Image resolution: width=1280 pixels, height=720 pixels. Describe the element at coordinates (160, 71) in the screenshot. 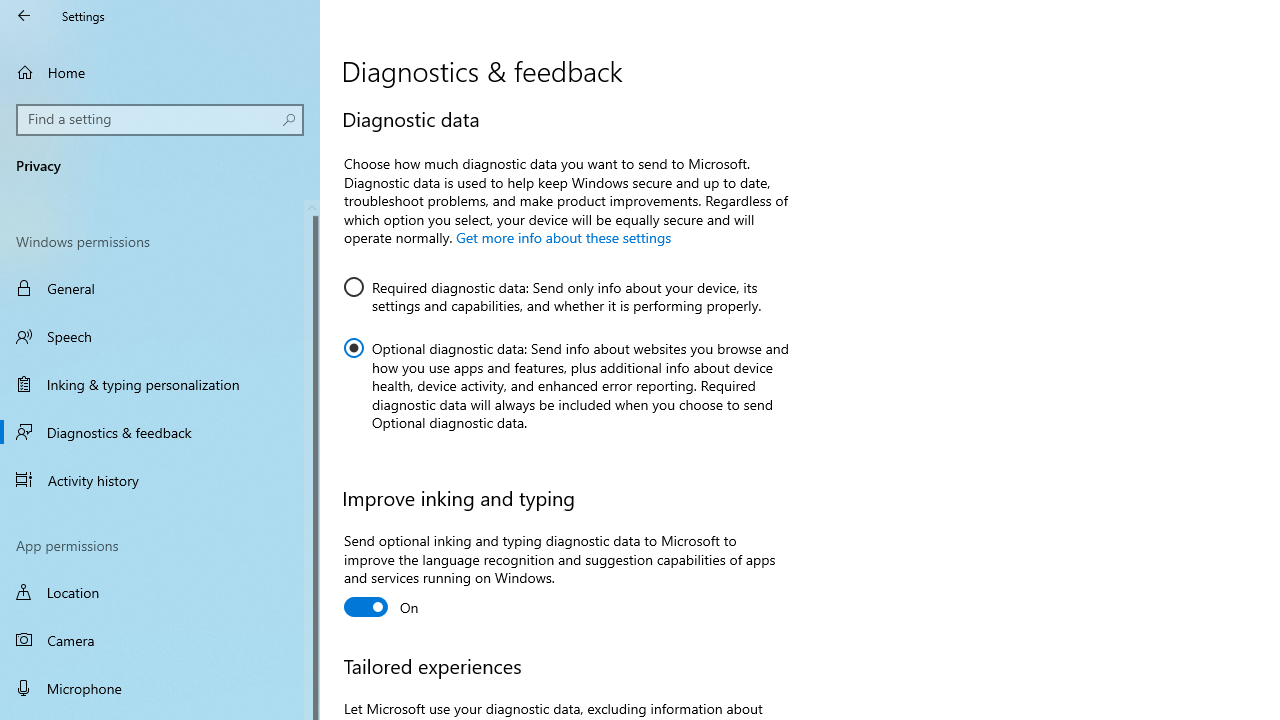

I see `'Home'` at that location.